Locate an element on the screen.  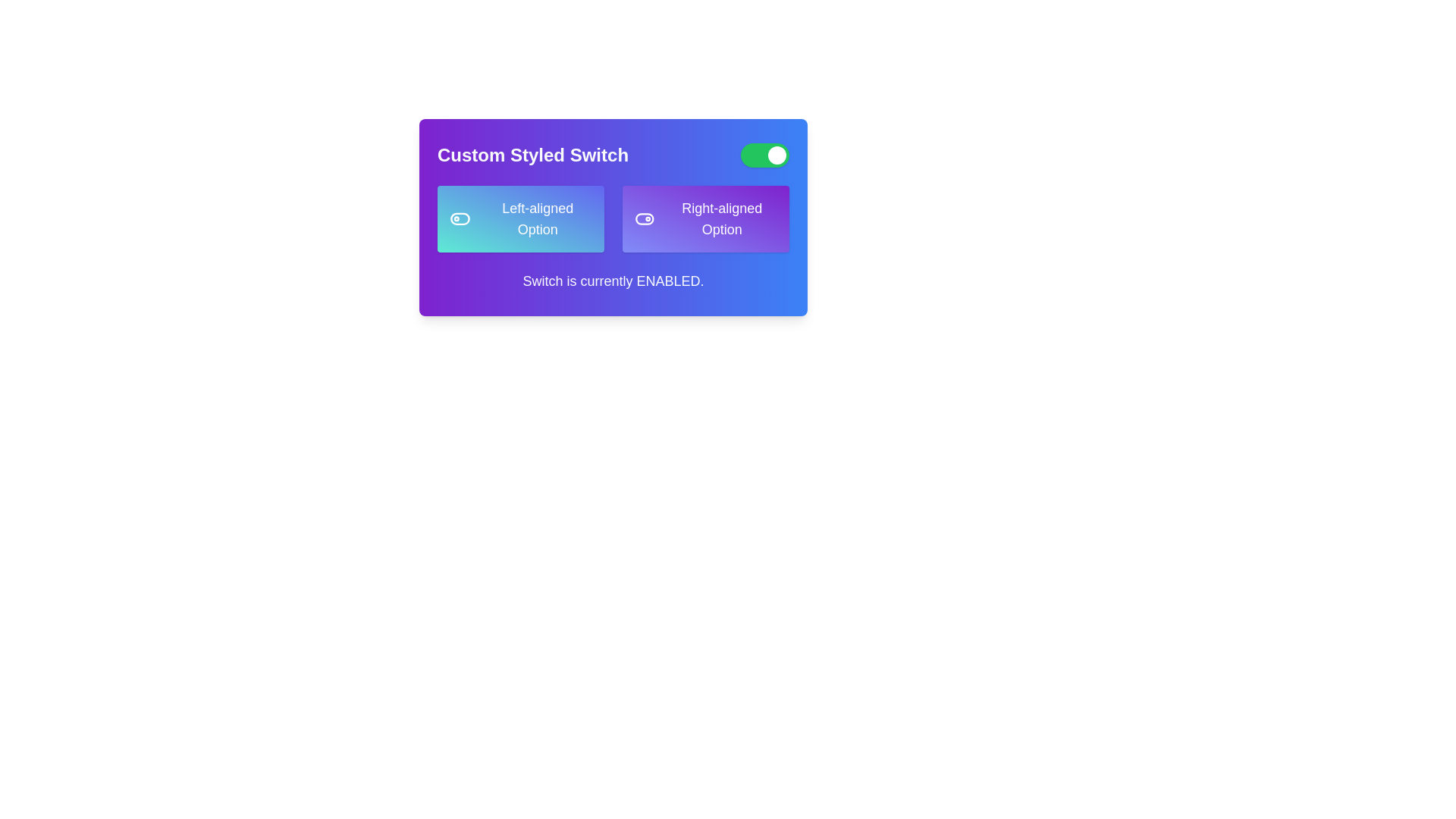
the Toggle indicator is located at coordinates (644, 219).